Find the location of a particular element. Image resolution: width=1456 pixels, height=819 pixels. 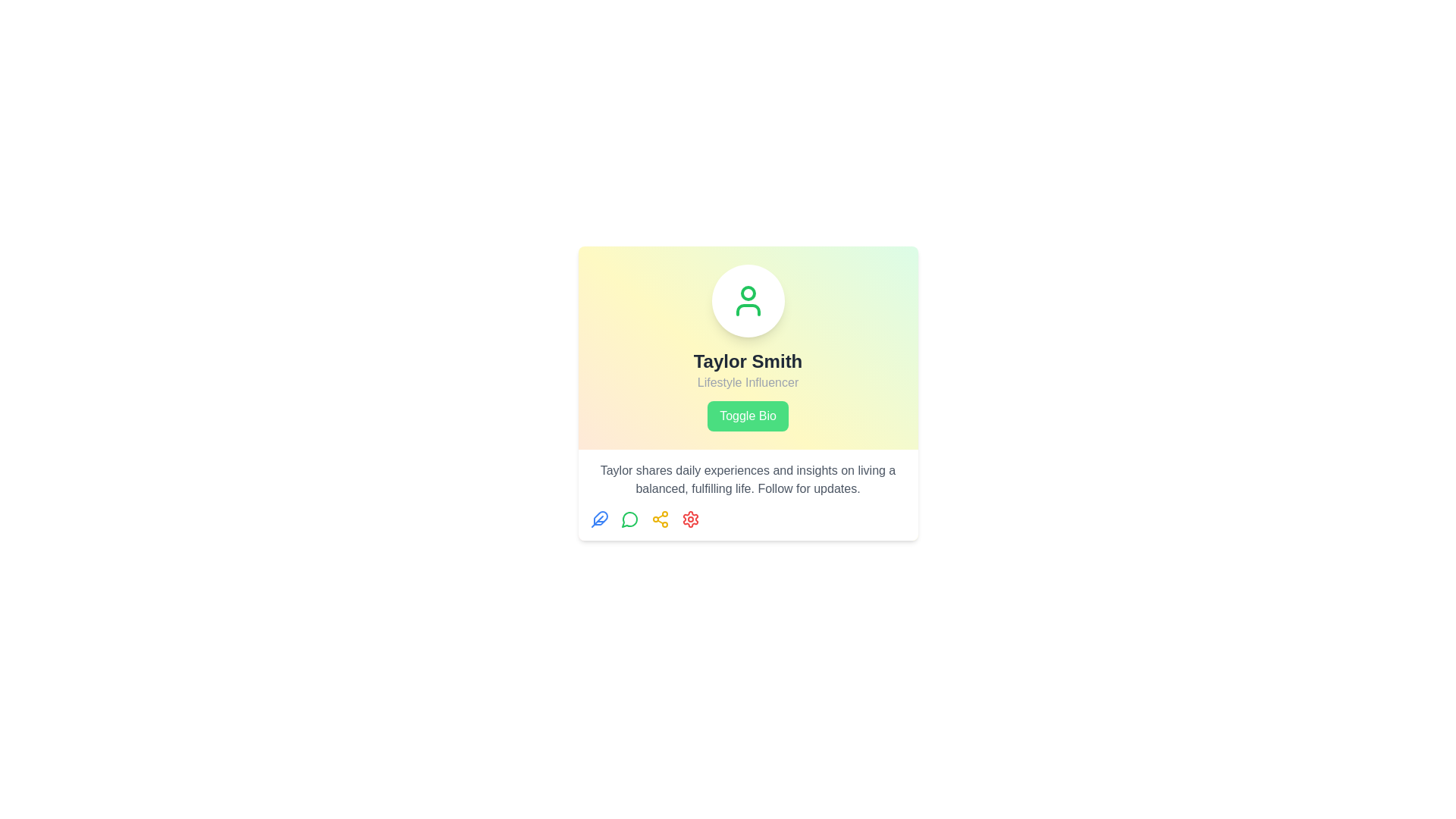

the circular chat bubble icon with a green stroke, which is the third icon among four located at the bottom of the user information card is located at coordinates (629, 519).